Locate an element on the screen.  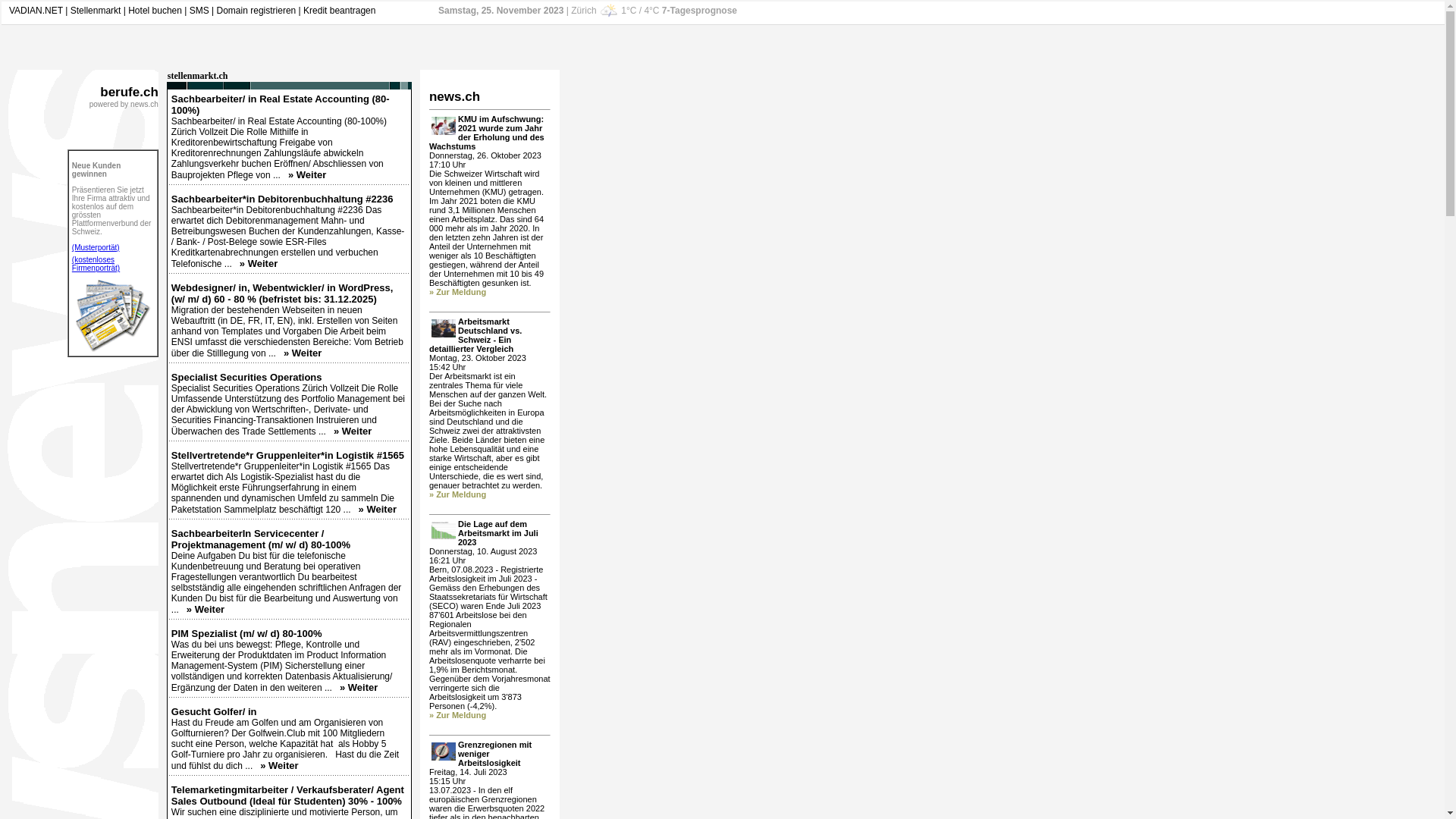
'VADIAN.NET' is located at coordinates (36, 11).